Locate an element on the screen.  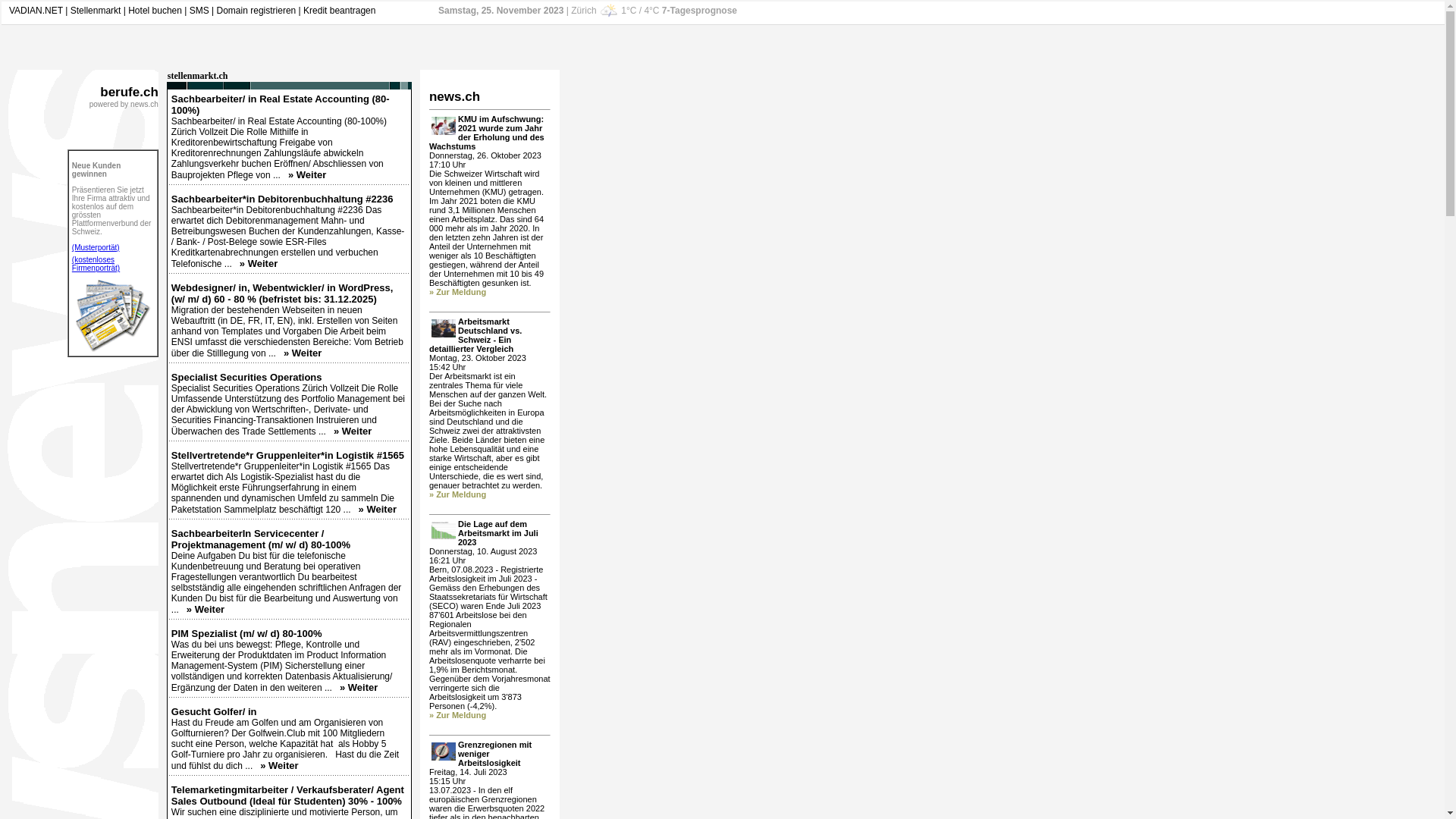
'VADIAN.NET' is located at coordinates (36, 11).